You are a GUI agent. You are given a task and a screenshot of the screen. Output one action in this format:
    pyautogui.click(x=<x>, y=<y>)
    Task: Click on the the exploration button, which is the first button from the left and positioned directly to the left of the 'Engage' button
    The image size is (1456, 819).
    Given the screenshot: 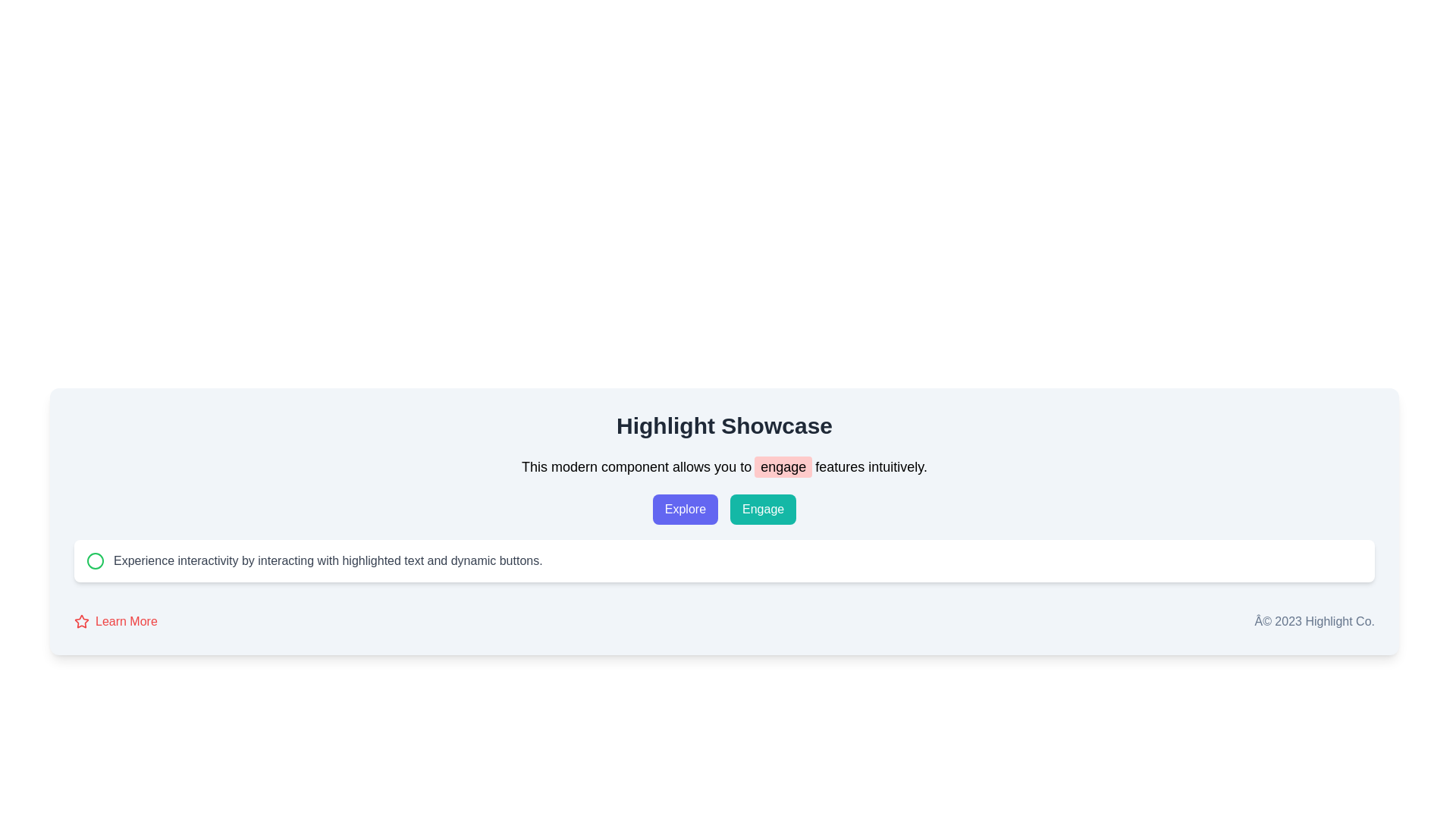 What is the action you would take?
    pyautogui.click(x=684, y=509)
    